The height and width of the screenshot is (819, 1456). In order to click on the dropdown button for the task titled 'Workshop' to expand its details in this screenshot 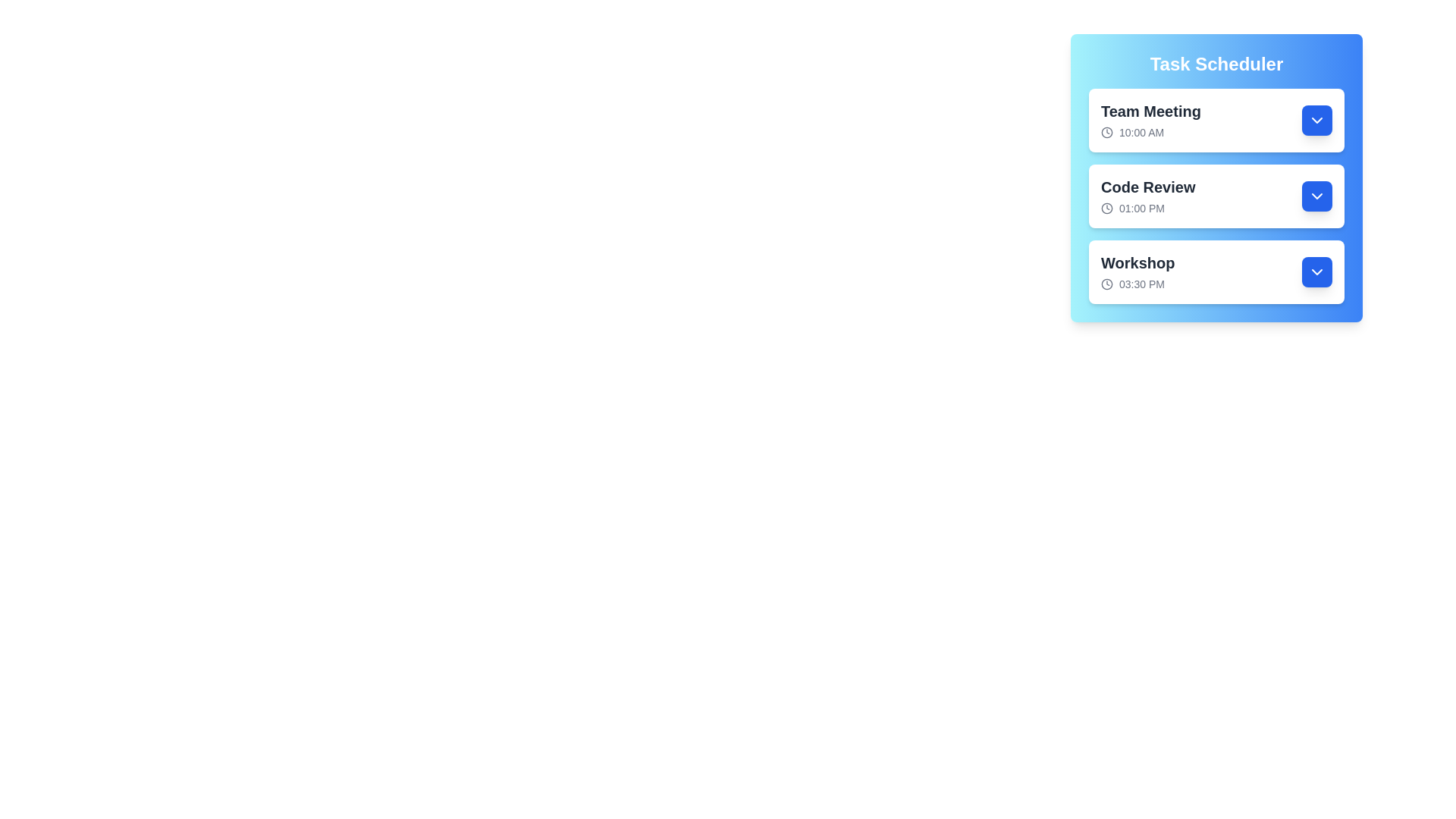, I will do `click(1316, 271)`.